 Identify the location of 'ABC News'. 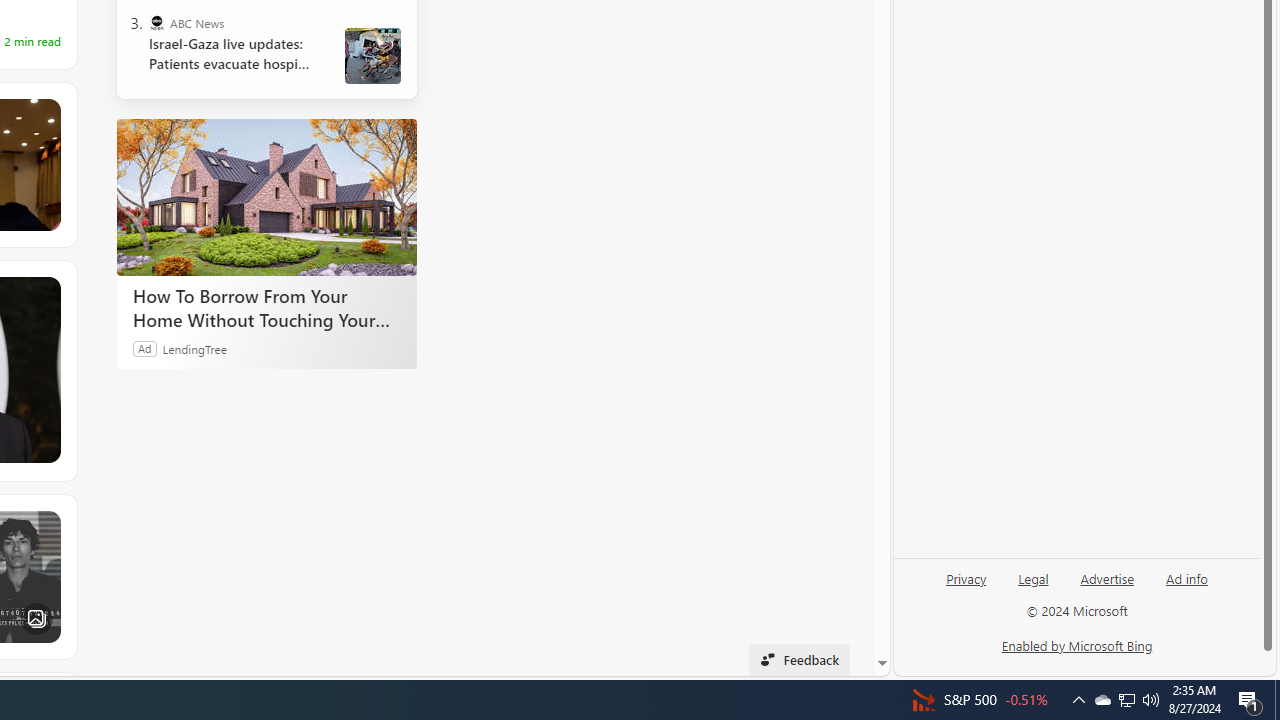
(155, 23).